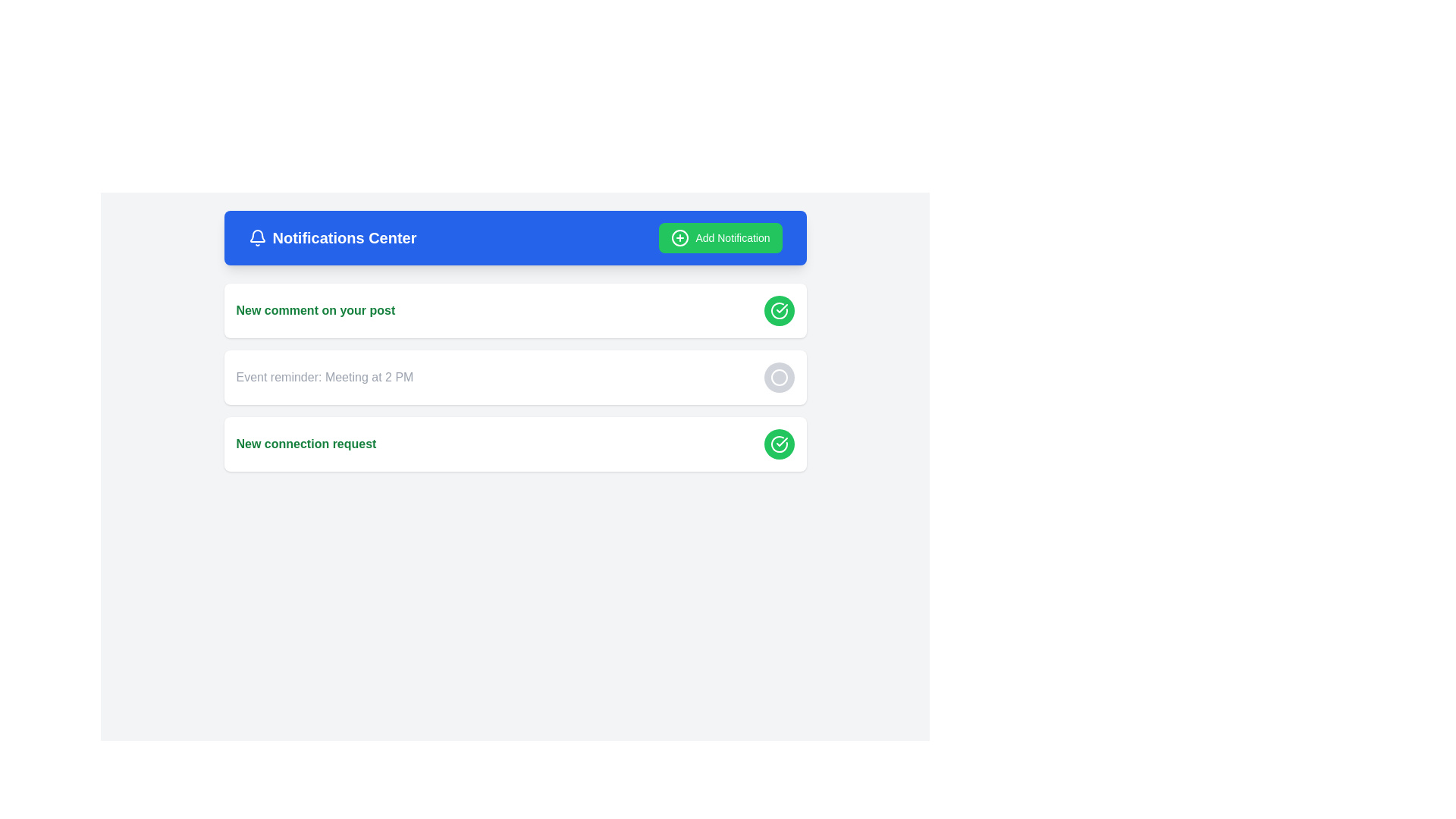 The height and width of the screenshot is (819, 1456). Describe the element at coordinates (779, 309) in the screenshot. I see `the circular green button with a white checkmark symbol to acknowledge the notification regarding 'New comment on your post.'` at that location.